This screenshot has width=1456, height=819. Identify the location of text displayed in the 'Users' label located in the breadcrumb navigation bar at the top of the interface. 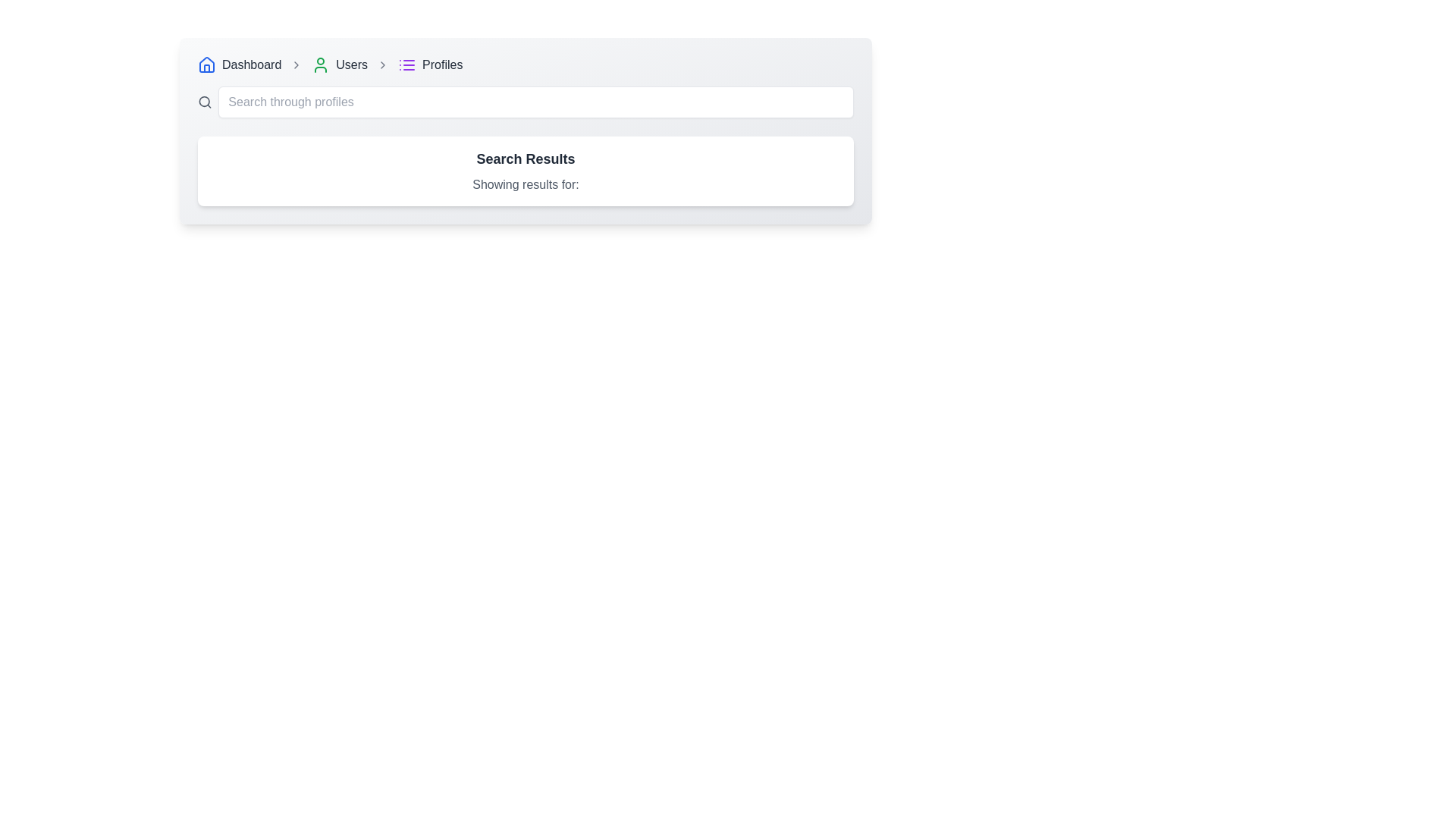
(351, 64).